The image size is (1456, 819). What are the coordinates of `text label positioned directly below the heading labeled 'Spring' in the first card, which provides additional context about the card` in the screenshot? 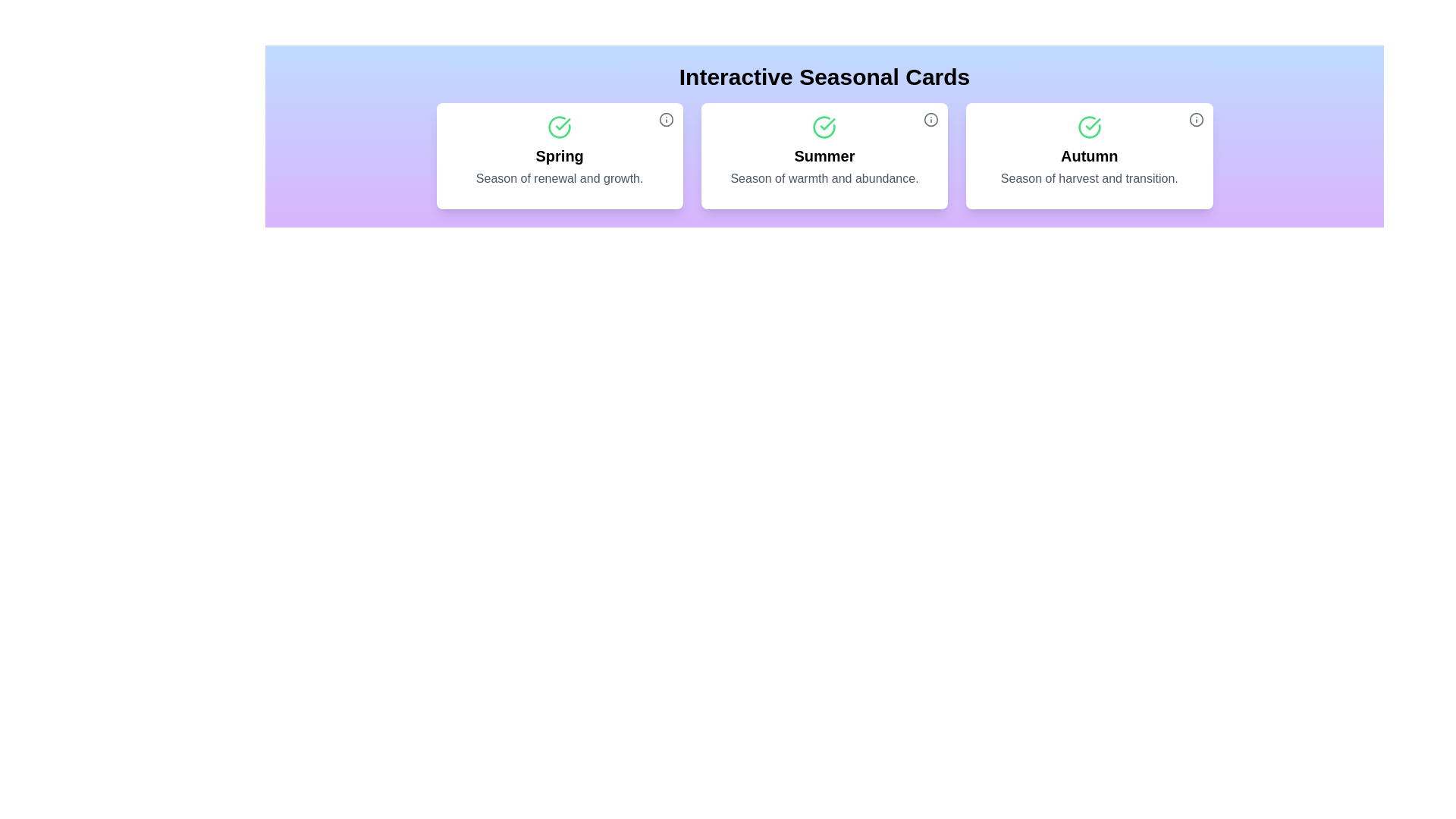 It's located at (559, 177).